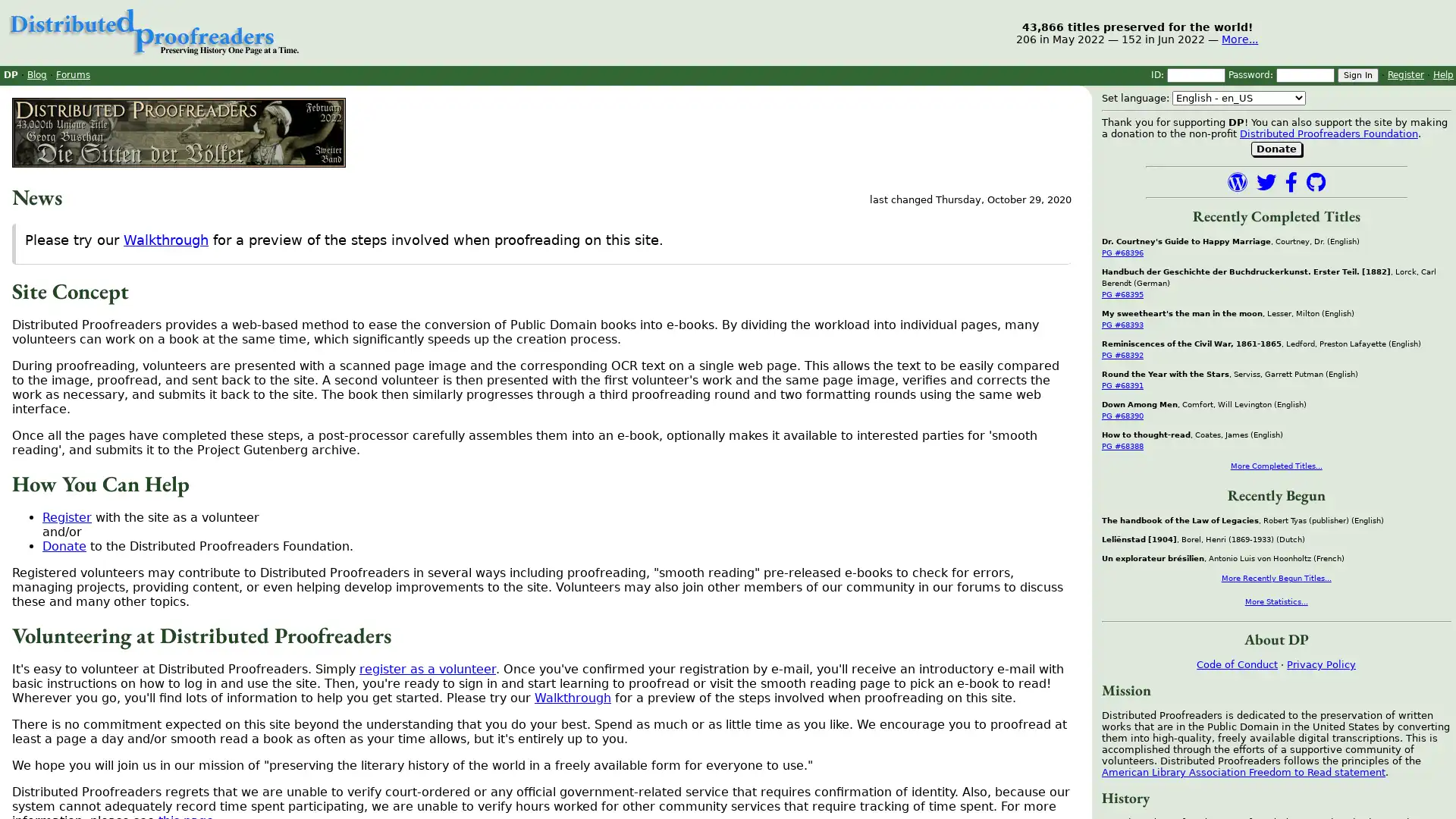 Image resolution: width=1456 pixels, height=819 pixels. Describe the element at coordinates (1357, 75) in the screenshot. I see `Sign In` at that location.